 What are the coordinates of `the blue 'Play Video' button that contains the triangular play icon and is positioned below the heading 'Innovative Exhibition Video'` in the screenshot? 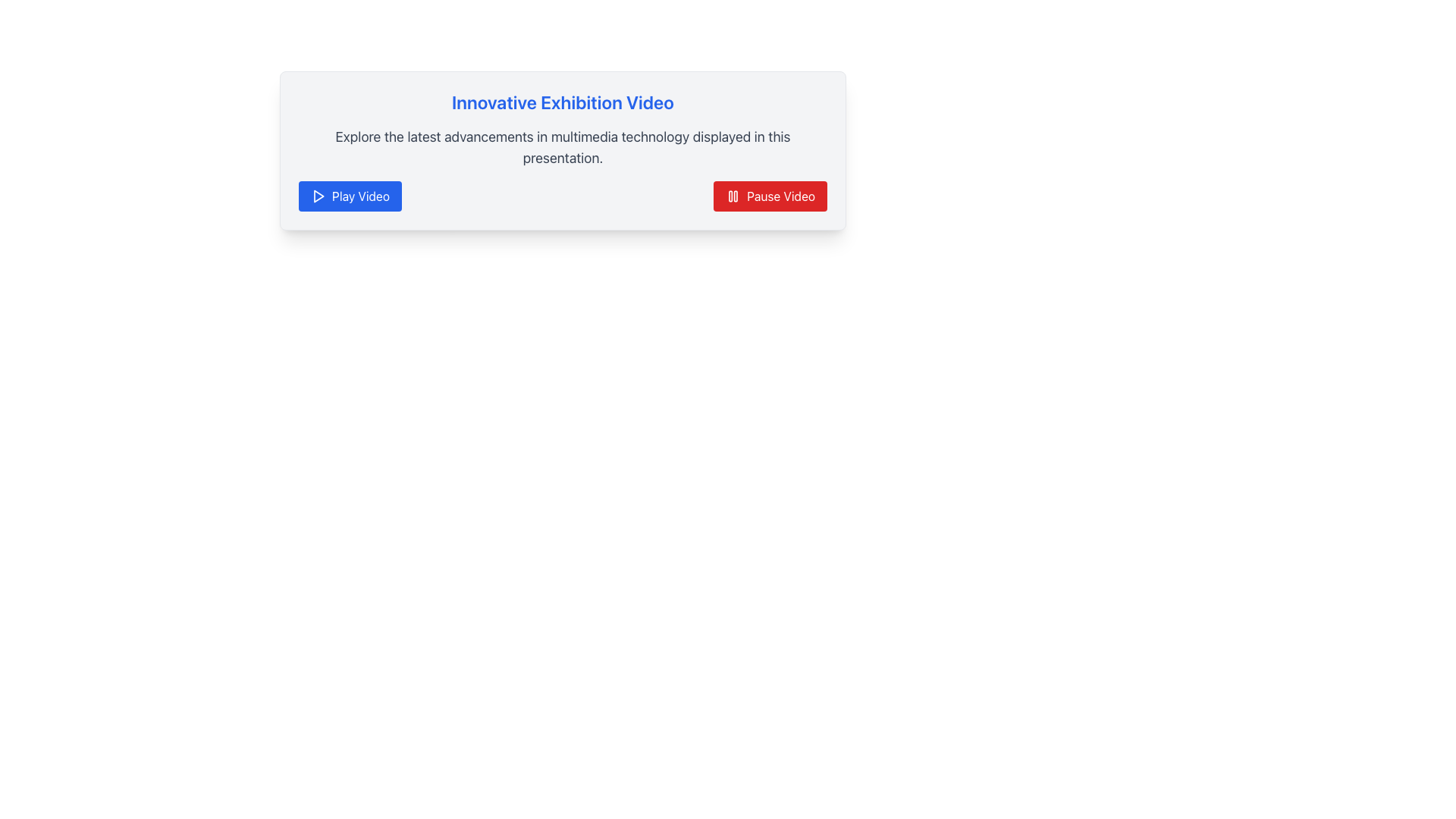 It's located at (318, 195).